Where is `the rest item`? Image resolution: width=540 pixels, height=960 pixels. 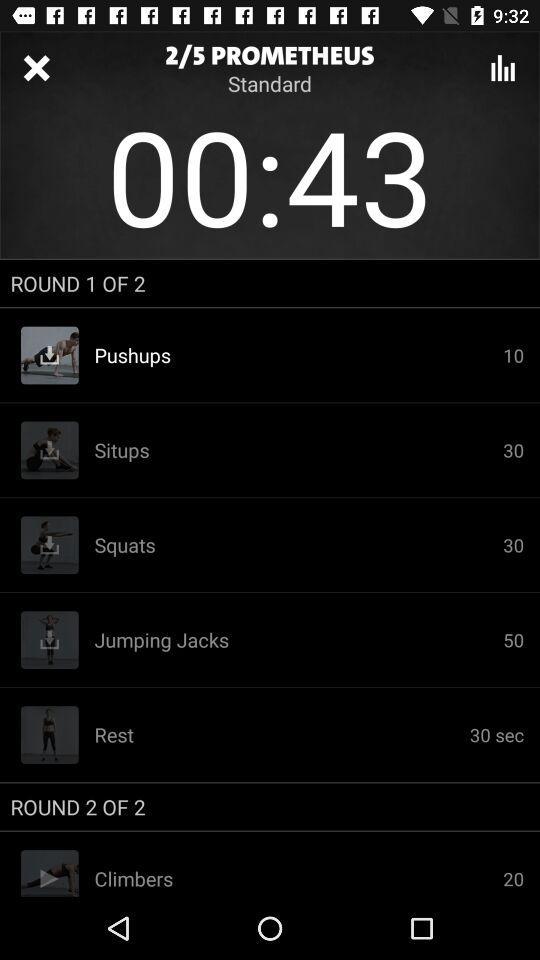 the rest item is located at coordinates (281, 733).